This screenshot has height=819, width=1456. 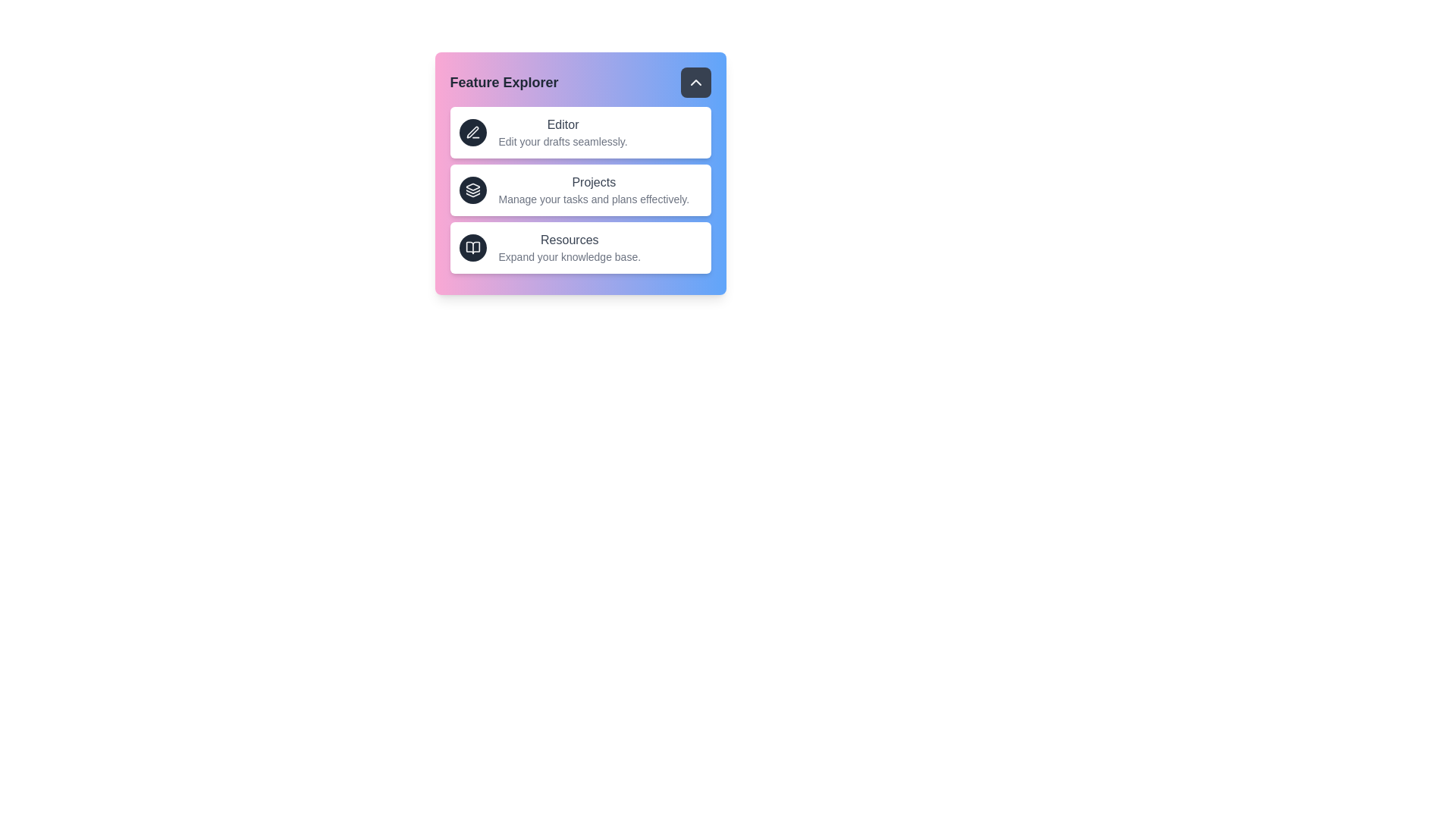 What do you see at coordinates (472, 247) in the screenshot?
I see `the Resources icon to interact with the corresponding feature` at bounding box center [472, 247].